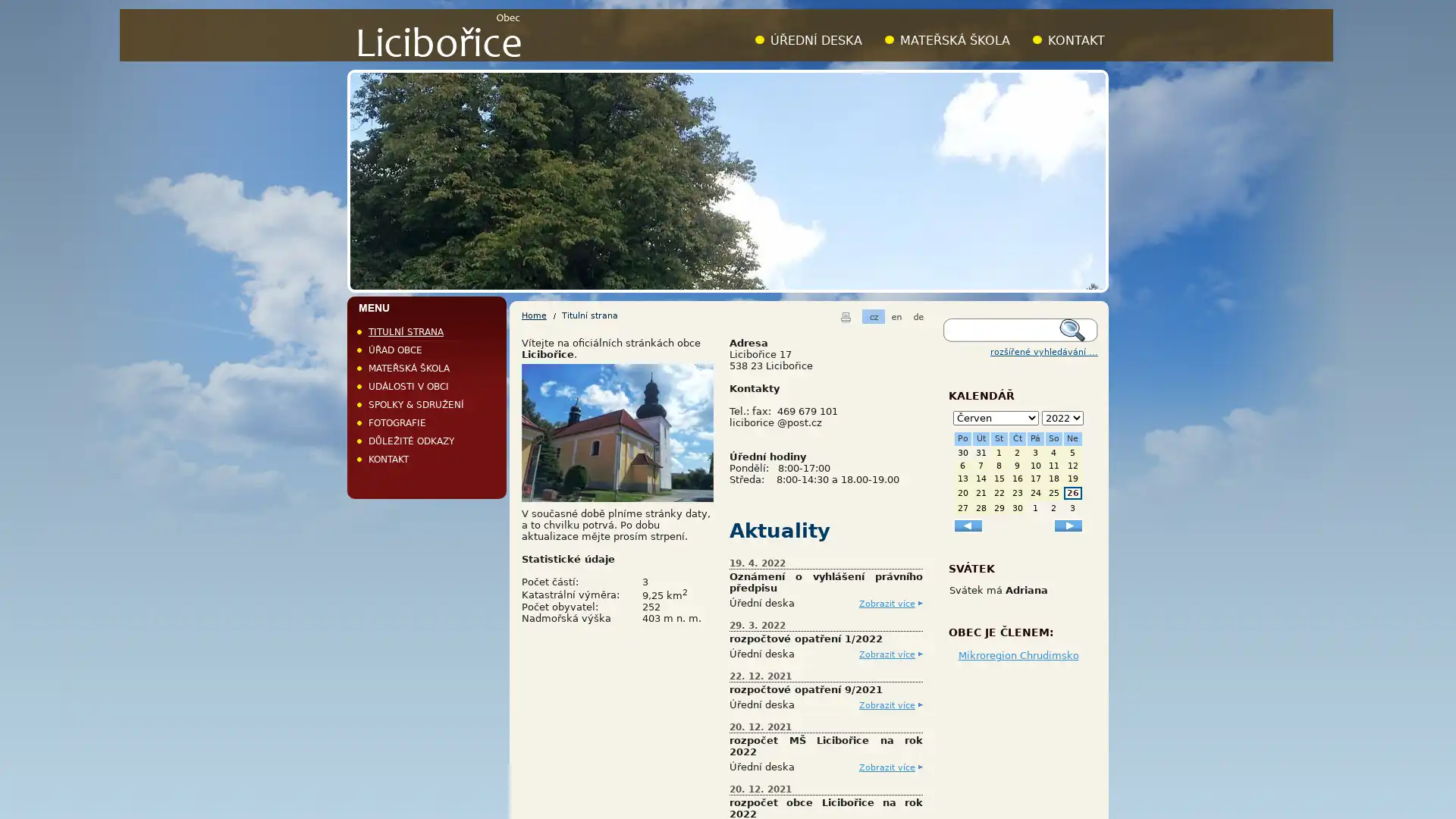 The width and height of the screenshot is (1456, 819). Describe the element at coordinates (967, 524) in the screenshot. I see `predchozi` at that location.